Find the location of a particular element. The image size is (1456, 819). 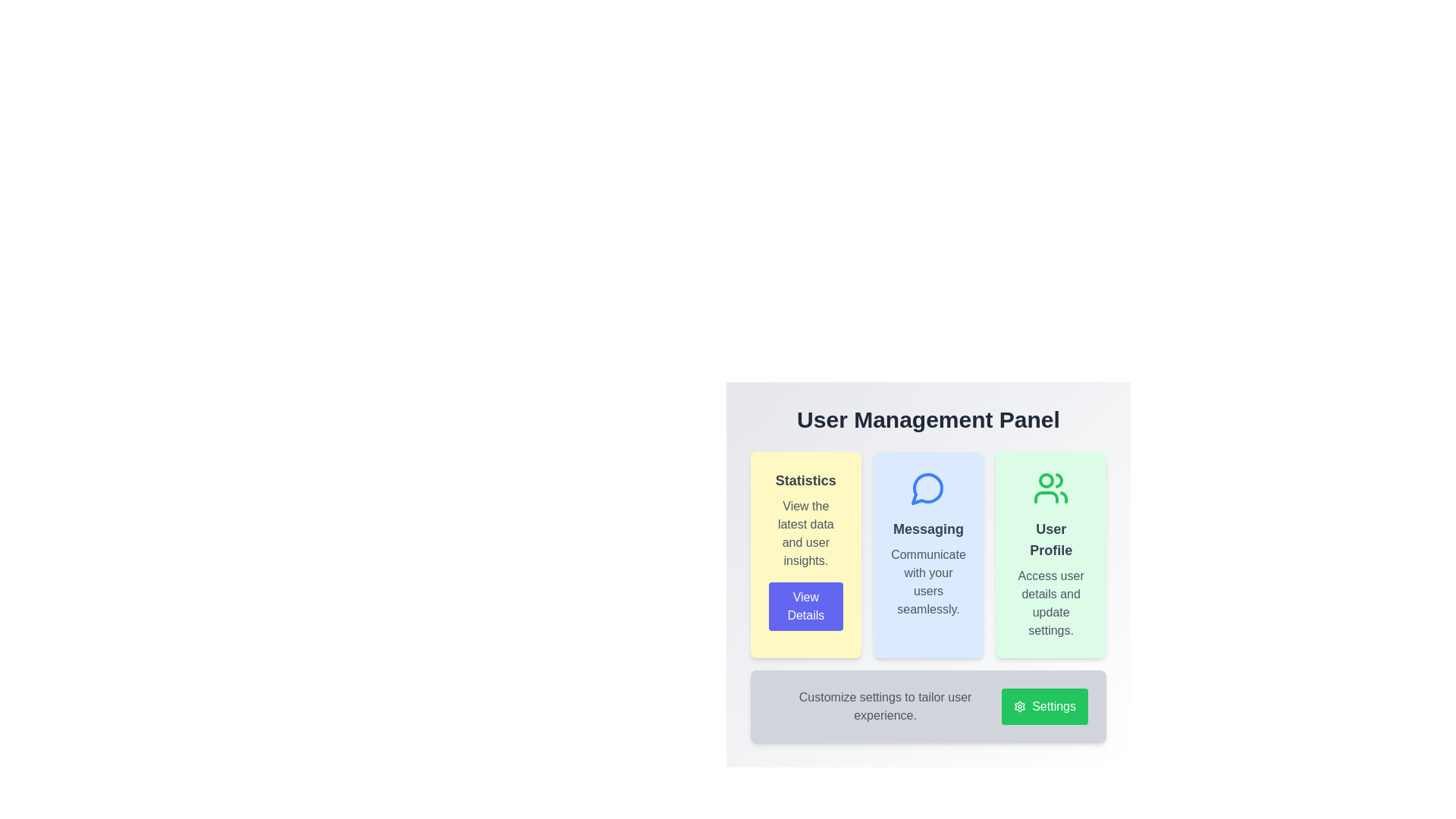

the Informational Card labeled 'User Profile', which has a light green background and features an icon of two stylized figures at the top, followed by the description 'Access user details and update settings.' is located at coordinates (1050, 555).